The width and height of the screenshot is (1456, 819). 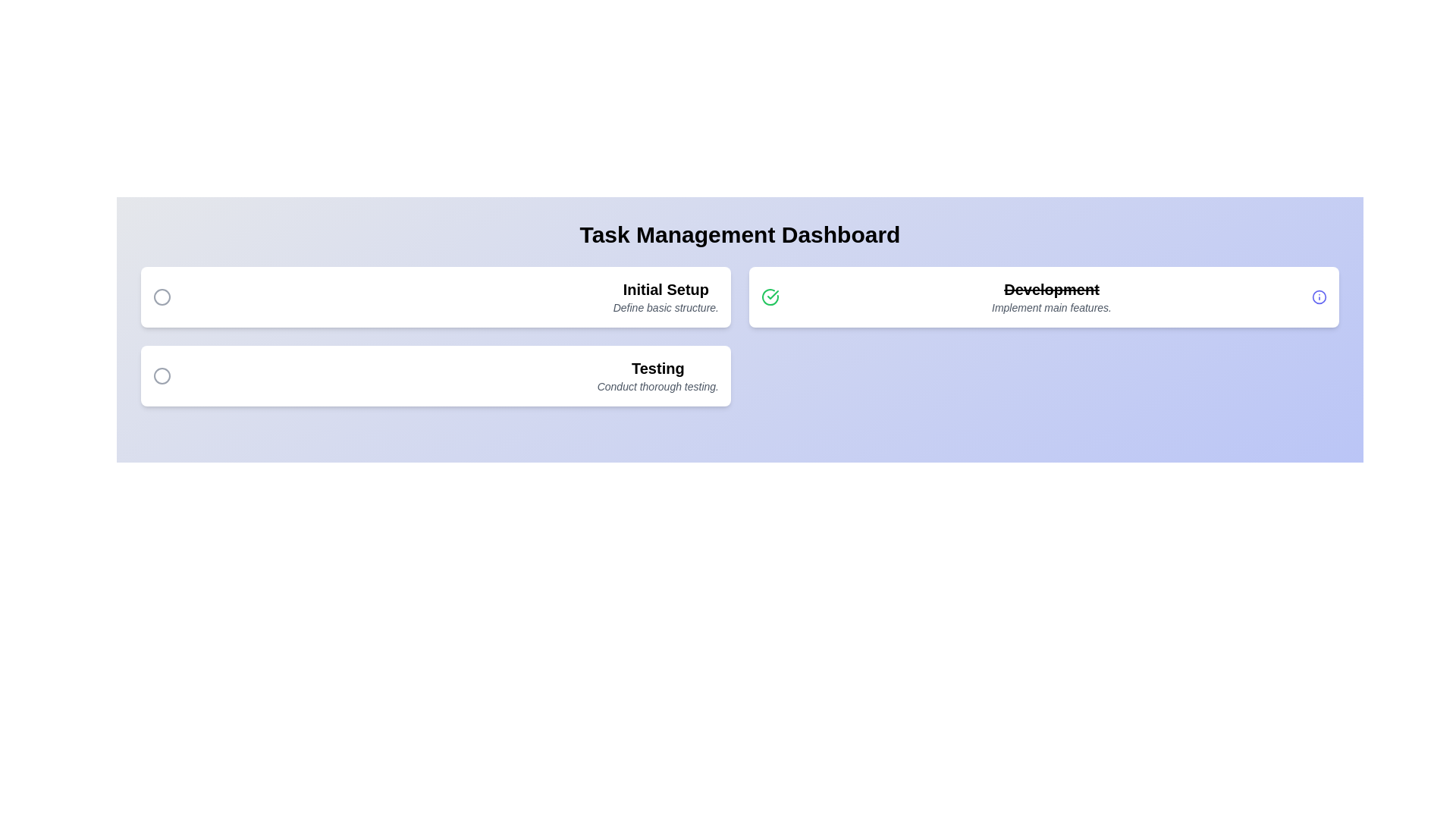 I want to click on the interactive task item Initial Setup to observe the hover effect, so click(x=435, y=297).